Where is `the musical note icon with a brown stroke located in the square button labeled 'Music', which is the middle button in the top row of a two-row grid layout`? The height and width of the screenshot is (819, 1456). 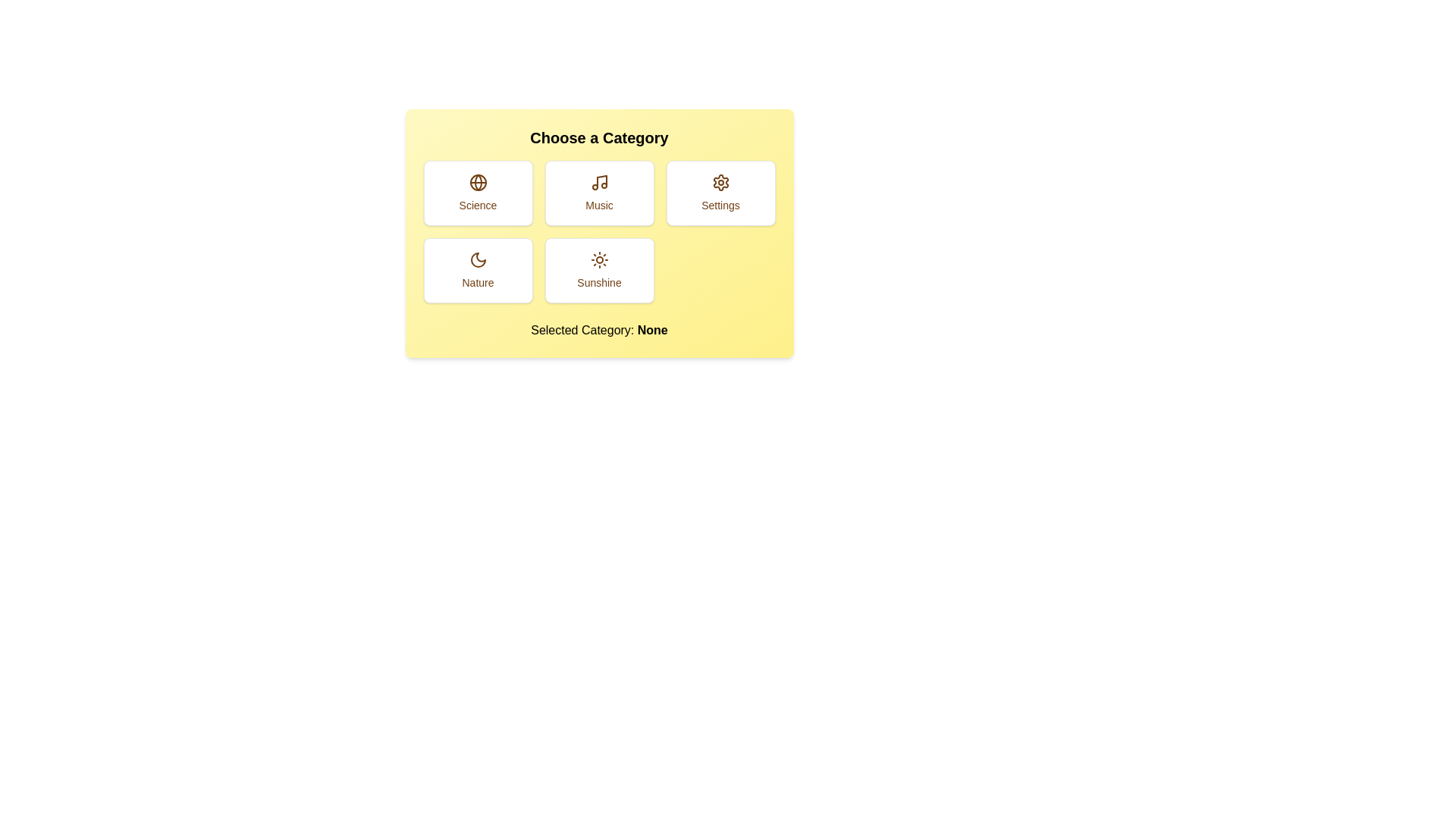 the musical note icon with a brown stroke located in the square button labeled 'Music', which is the middle button in the top row of a two-row grid layout is located at coordinates (598, 181).